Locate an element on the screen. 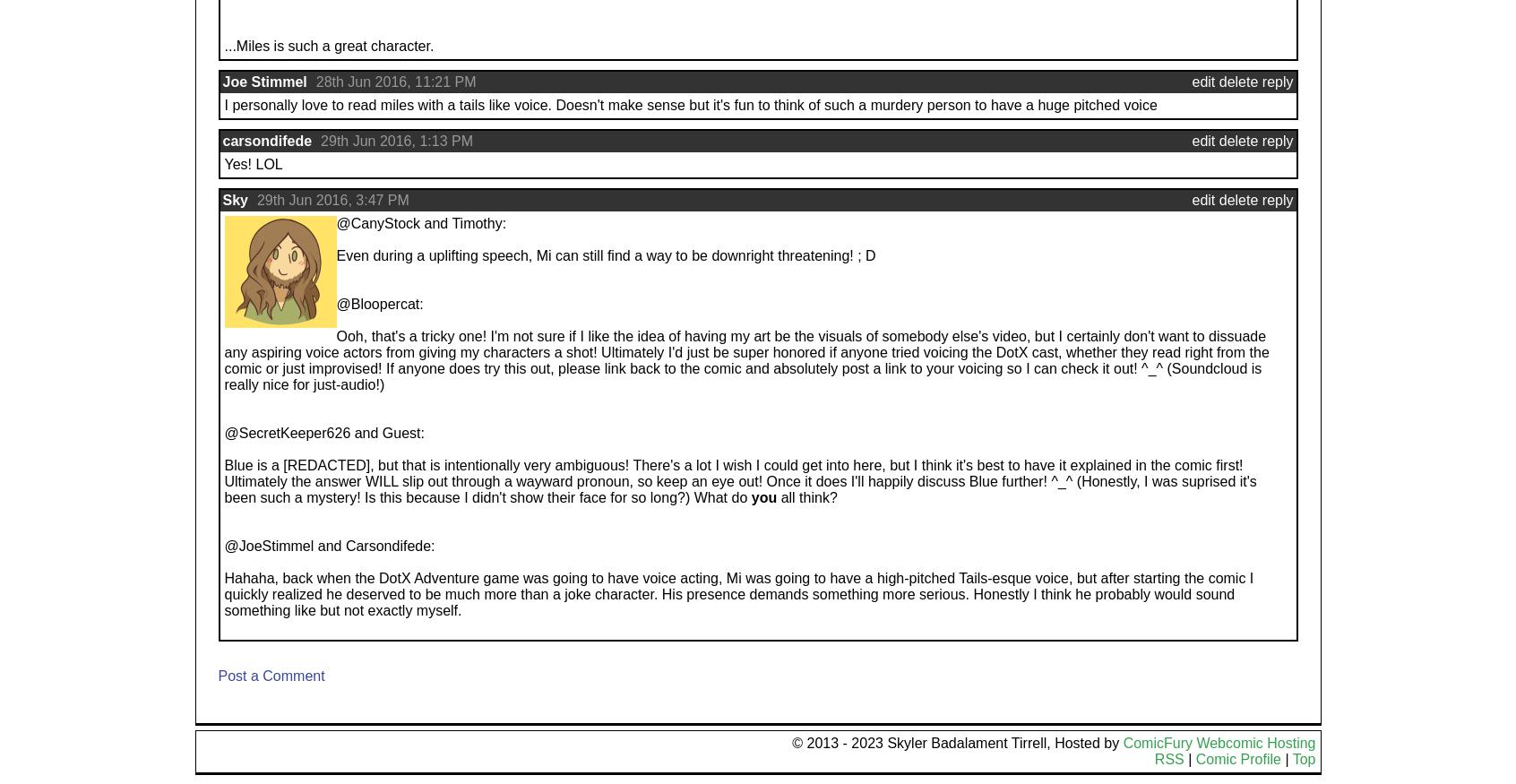 The height and width of the screenshot is (784, 1516). 'Post a Comment' is located at coordinates (270, 675).